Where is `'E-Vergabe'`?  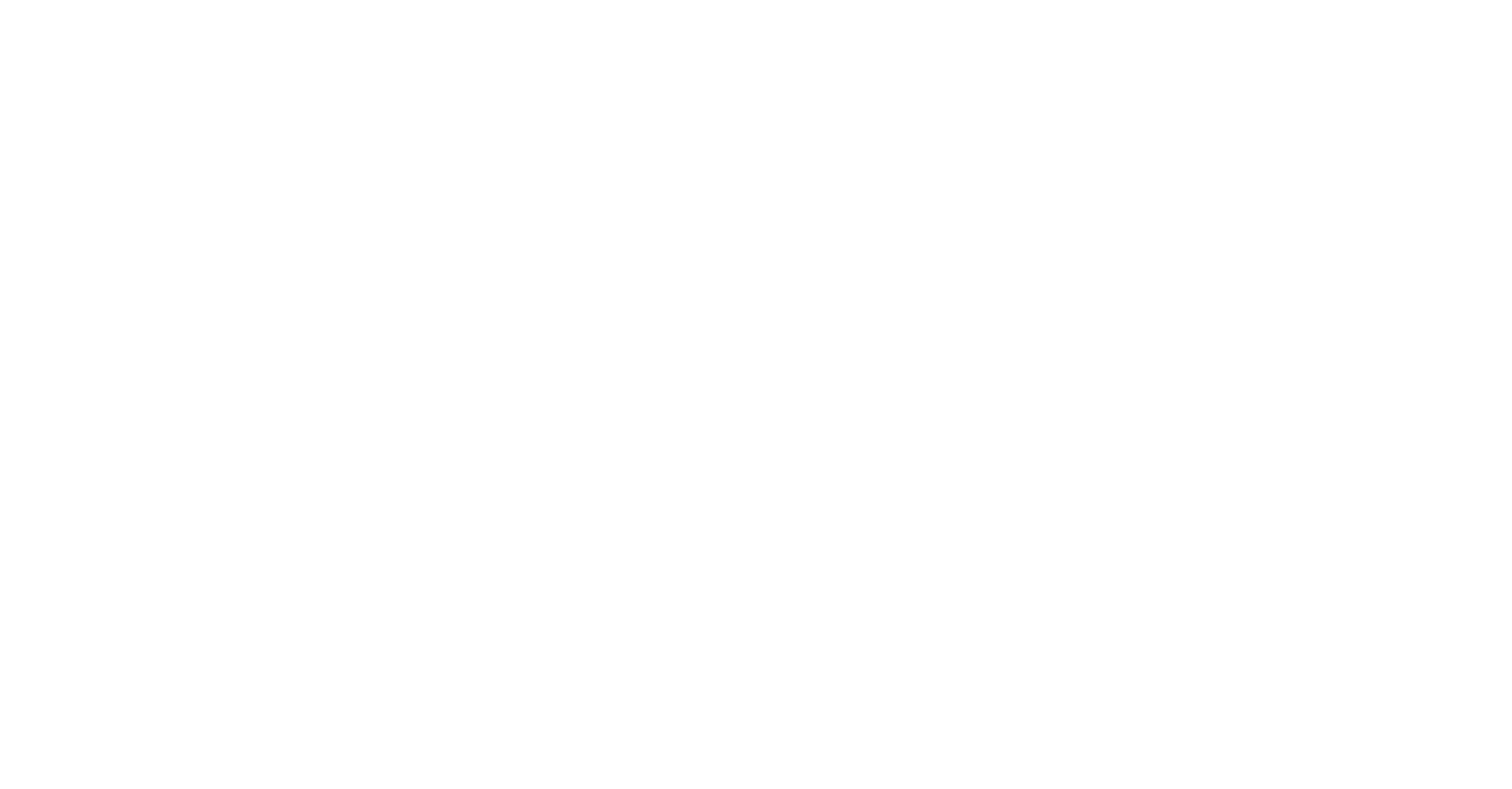 'E-Vergabe' is located at coordinates (1475, 489).